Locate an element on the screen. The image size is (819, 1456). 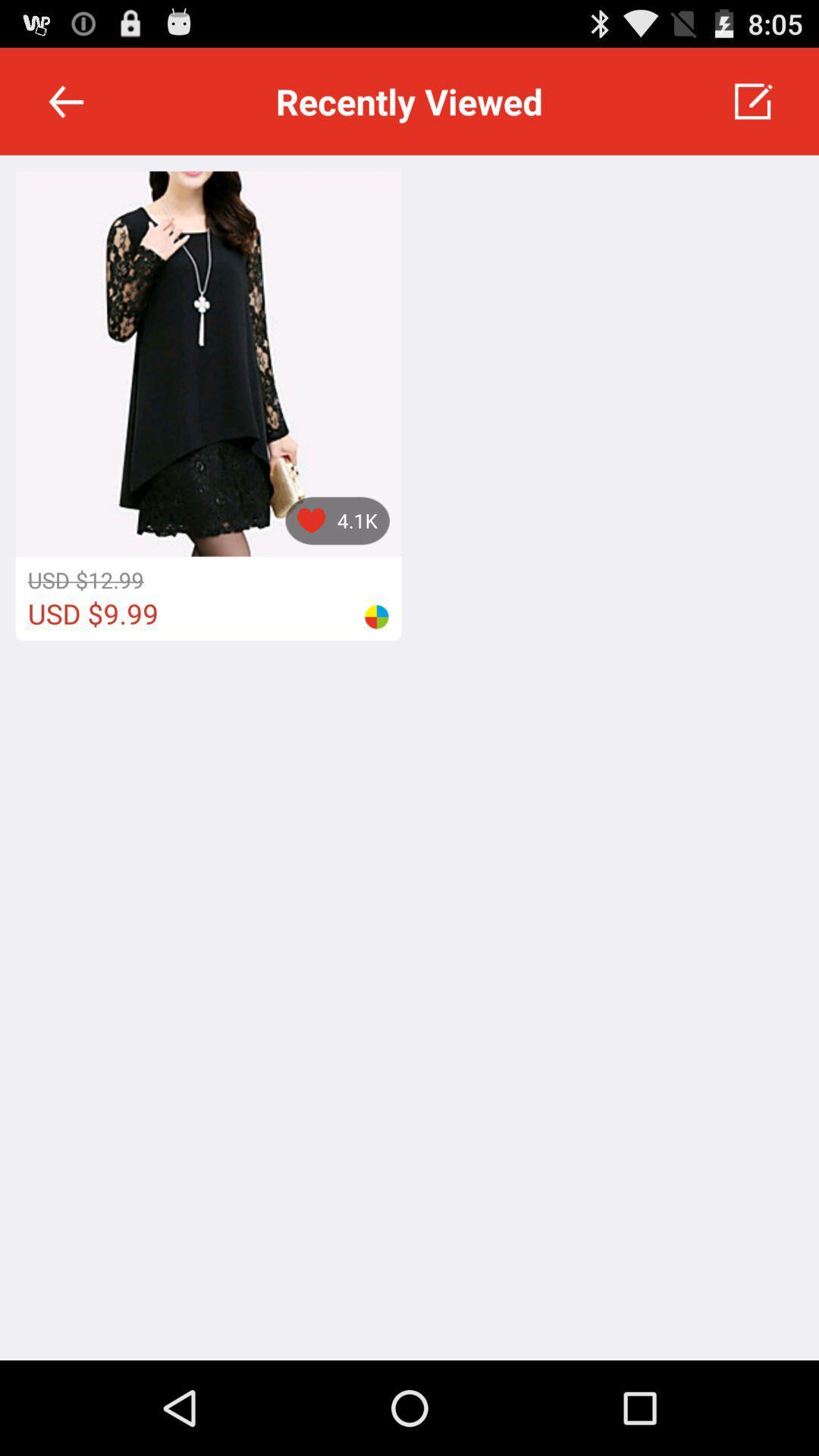
the arrow_backward icon is located at coordinates (65, 108).